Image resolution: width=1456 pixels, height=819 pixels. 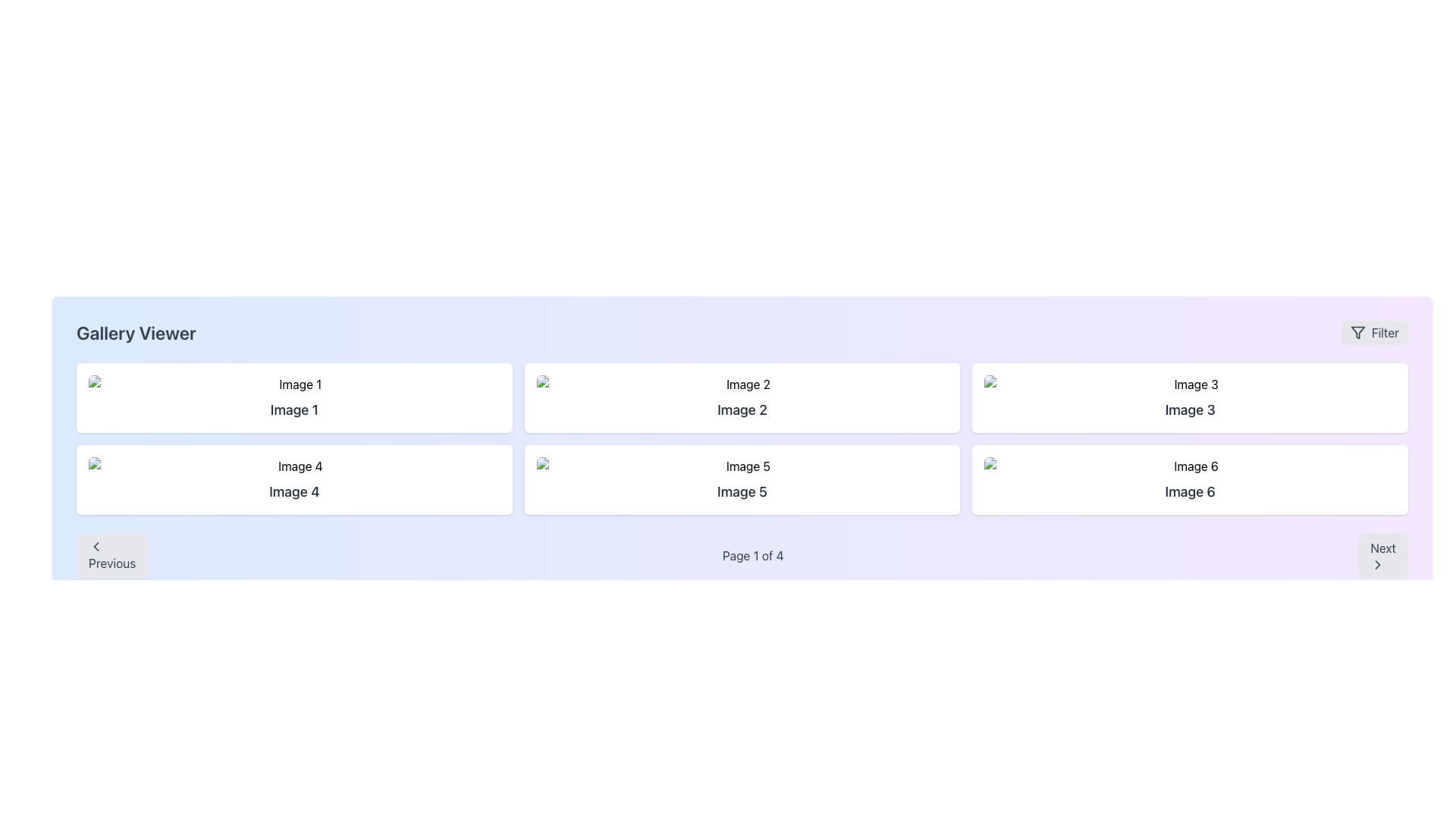 I want to click on the second card in the grid layout, which has a white background, rounded corners, and contains an image placeholder with 'Image 2' text displayed below it, so click(x=742, y=397).